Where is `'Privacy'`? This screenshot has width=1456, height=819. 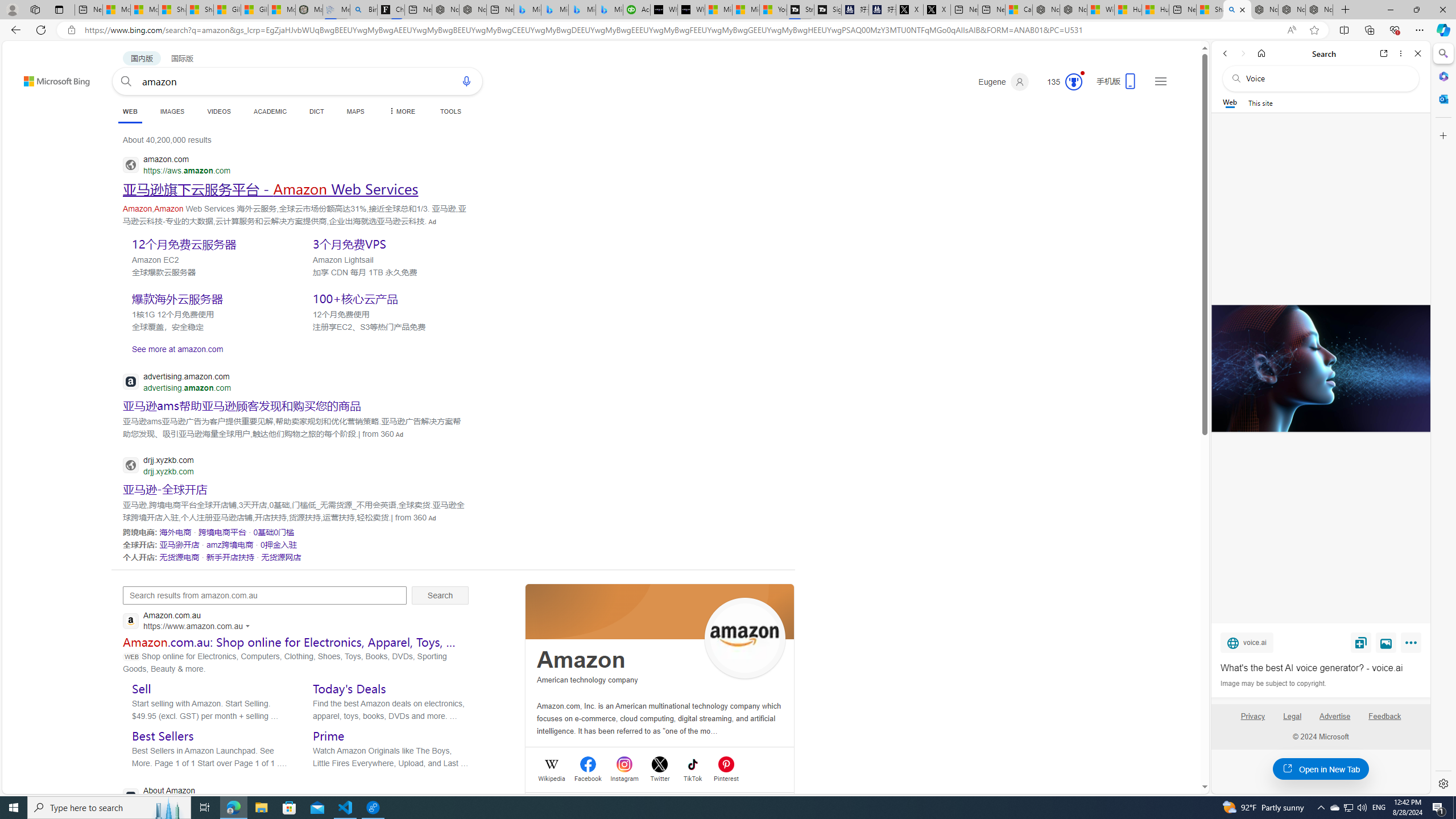 'Privacy' is located at coordinates (1252, 721).